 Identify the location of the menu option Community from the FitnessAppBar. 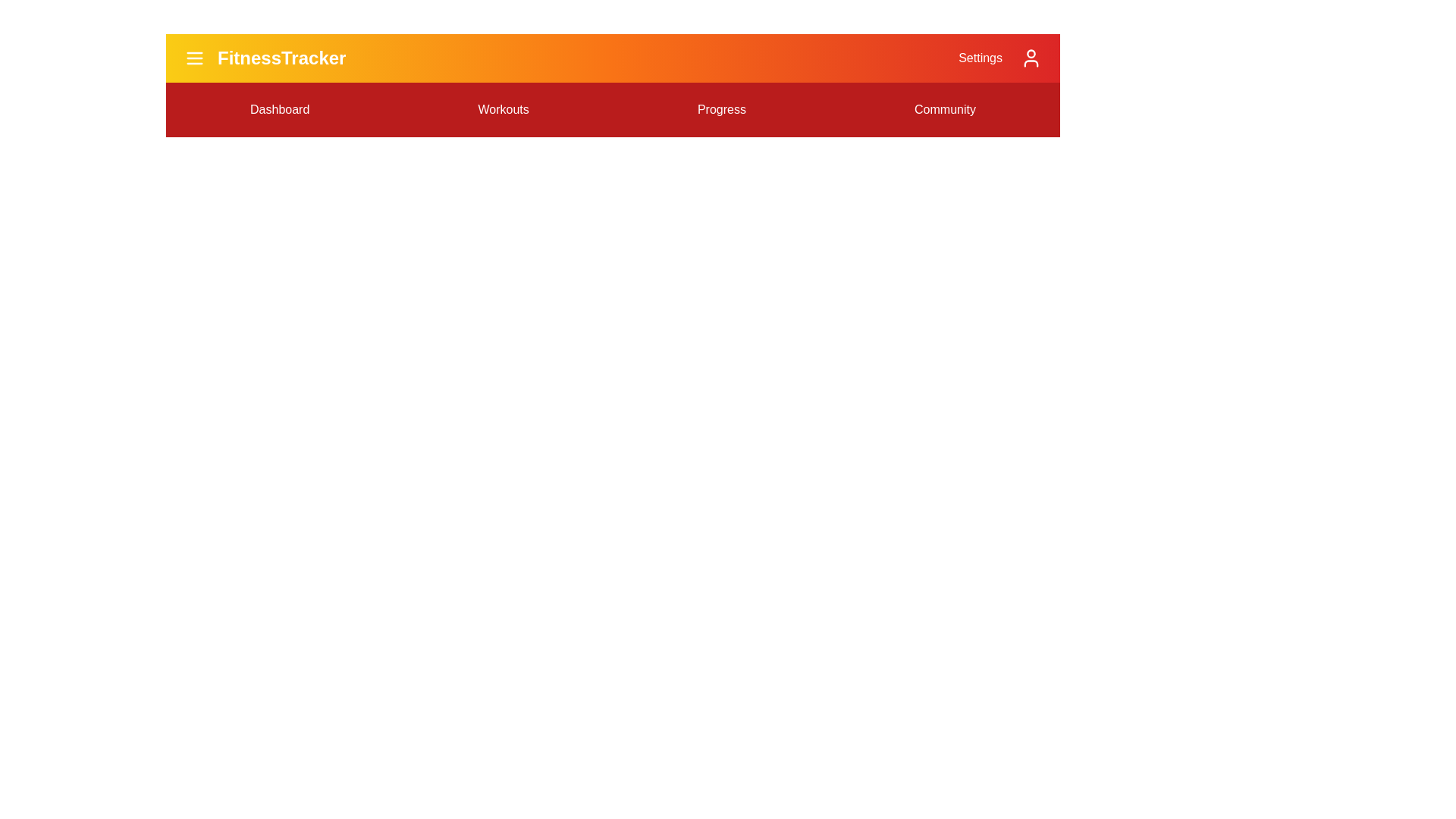
(944, 109).